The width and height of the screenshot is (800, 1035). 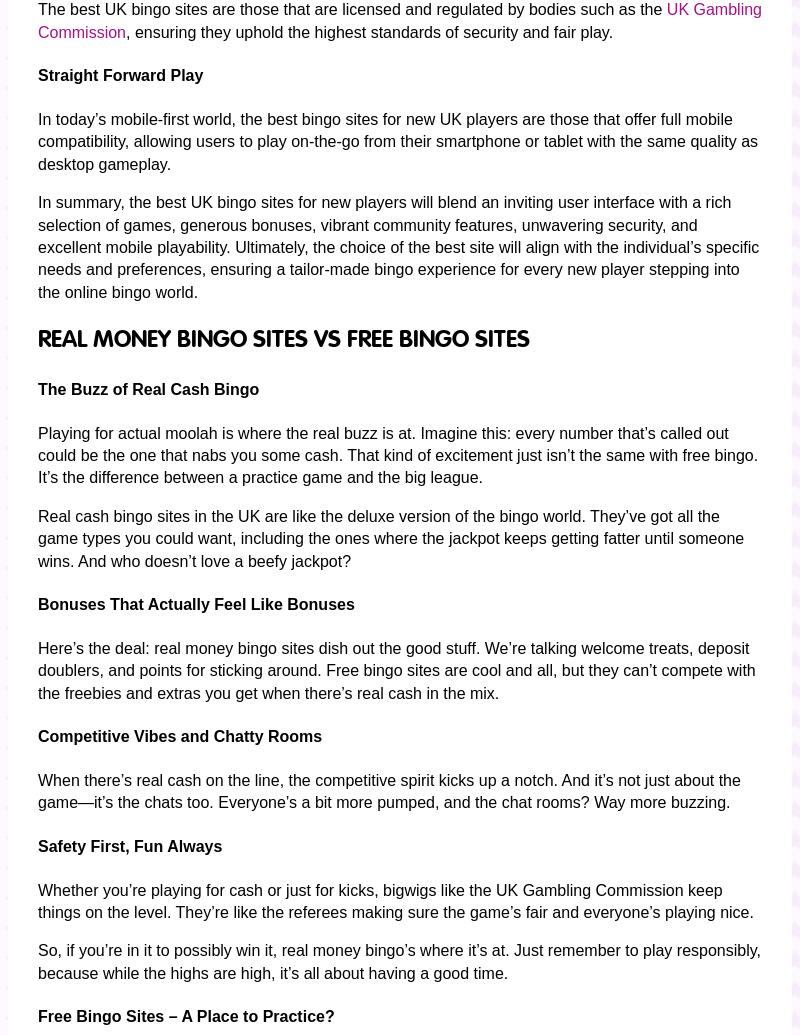 I want to click on 'Playing for actual moolah is where the real buzz is at. Imagine this: every number that’s called out could be the one that nabs you some cash. That kind of excitement just isn’t the same with free bingo. It’s the difference between a practice game and the big league.', so click(x=397, y=454).